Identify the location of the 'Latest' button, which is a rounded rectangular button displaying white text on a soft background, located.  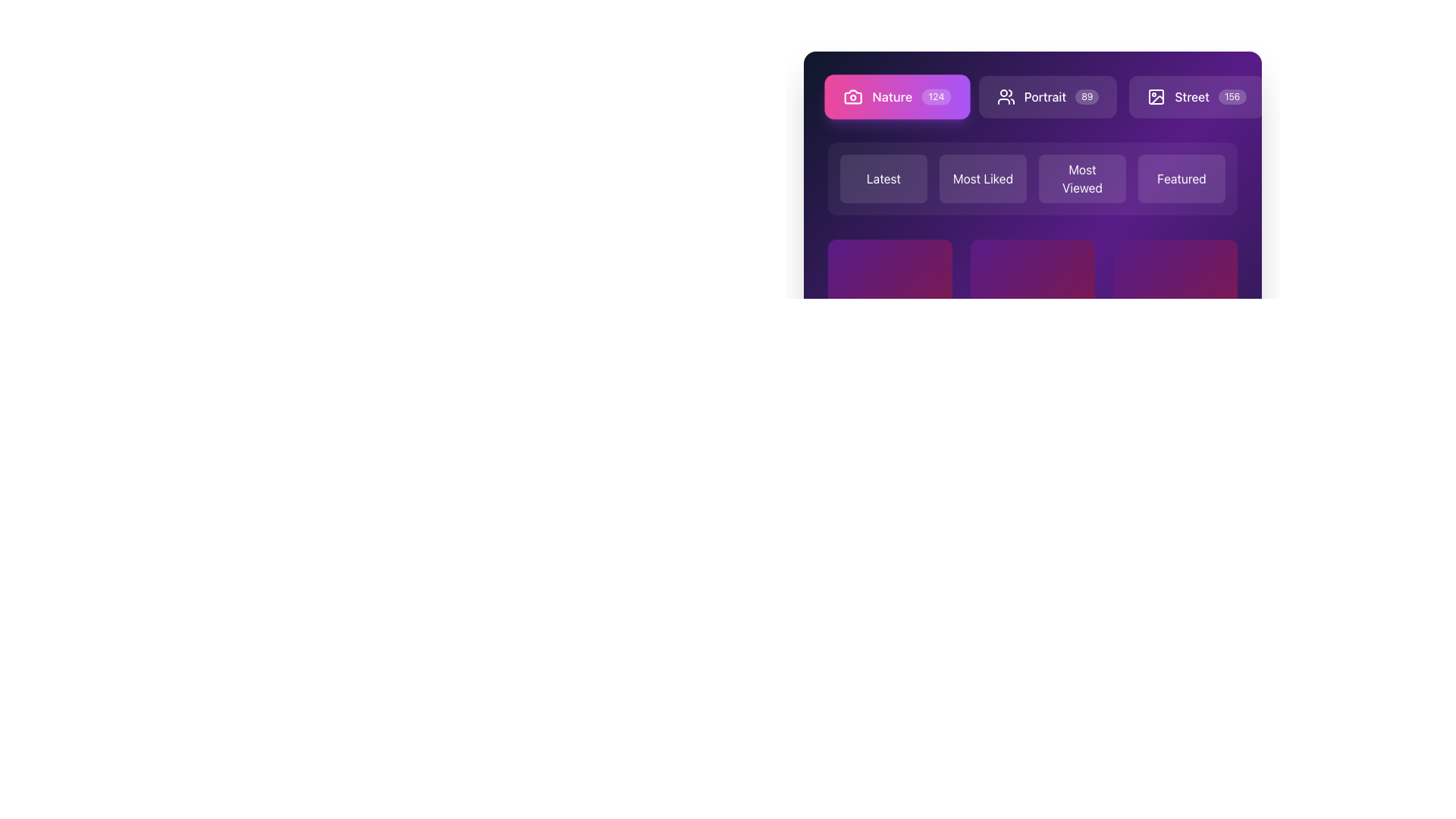
(883, 177).